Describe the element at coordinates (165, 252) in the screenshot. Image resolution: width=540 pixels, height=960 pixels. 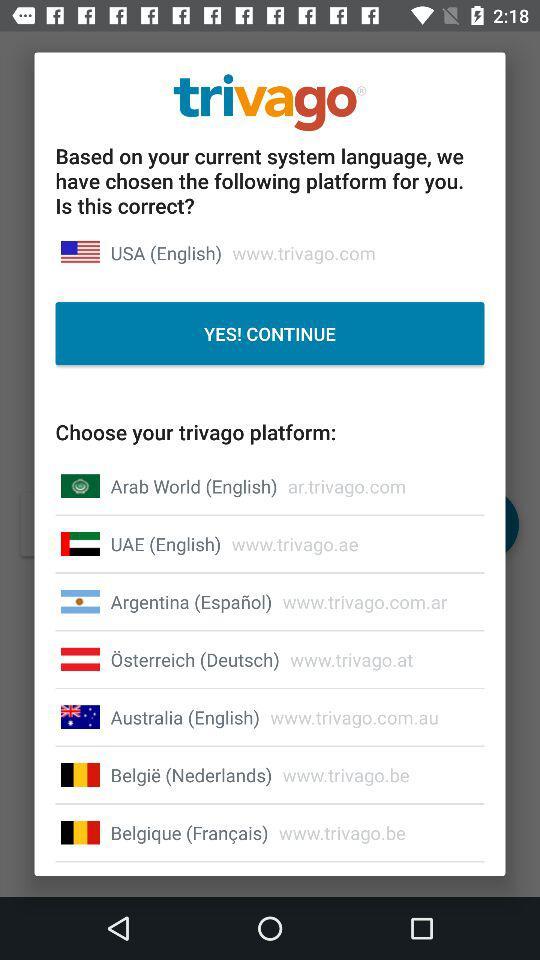
I see `icon to the left of the www.trivago.com icon` at that location.